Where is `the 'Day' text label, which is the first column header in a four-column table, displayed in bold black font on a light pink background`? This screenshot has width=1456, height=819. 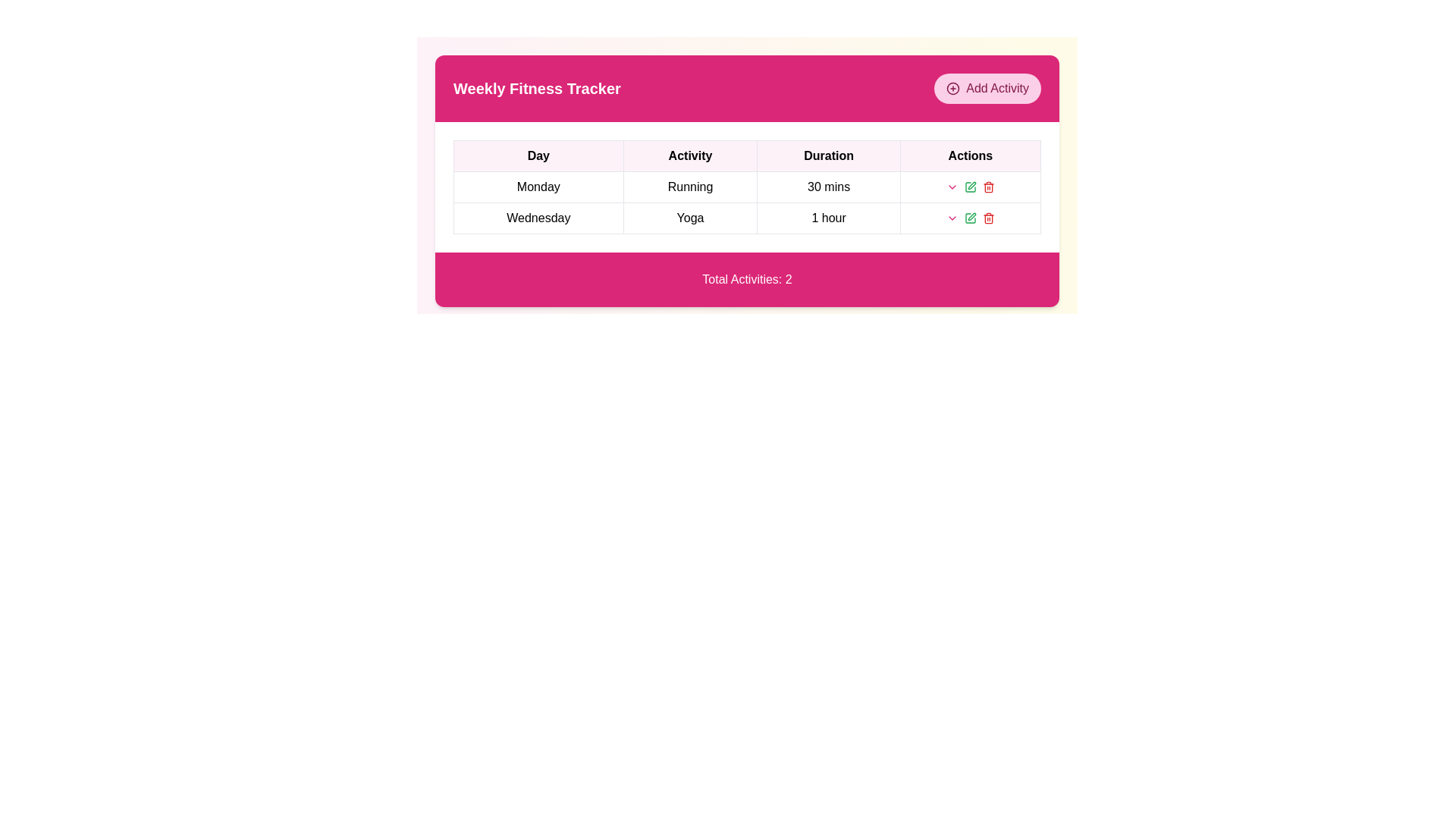 the 'Day' text label, which is the first column header in a four-column table, displayed in bold black font on a light pink background is located at coordinates (538, 155).